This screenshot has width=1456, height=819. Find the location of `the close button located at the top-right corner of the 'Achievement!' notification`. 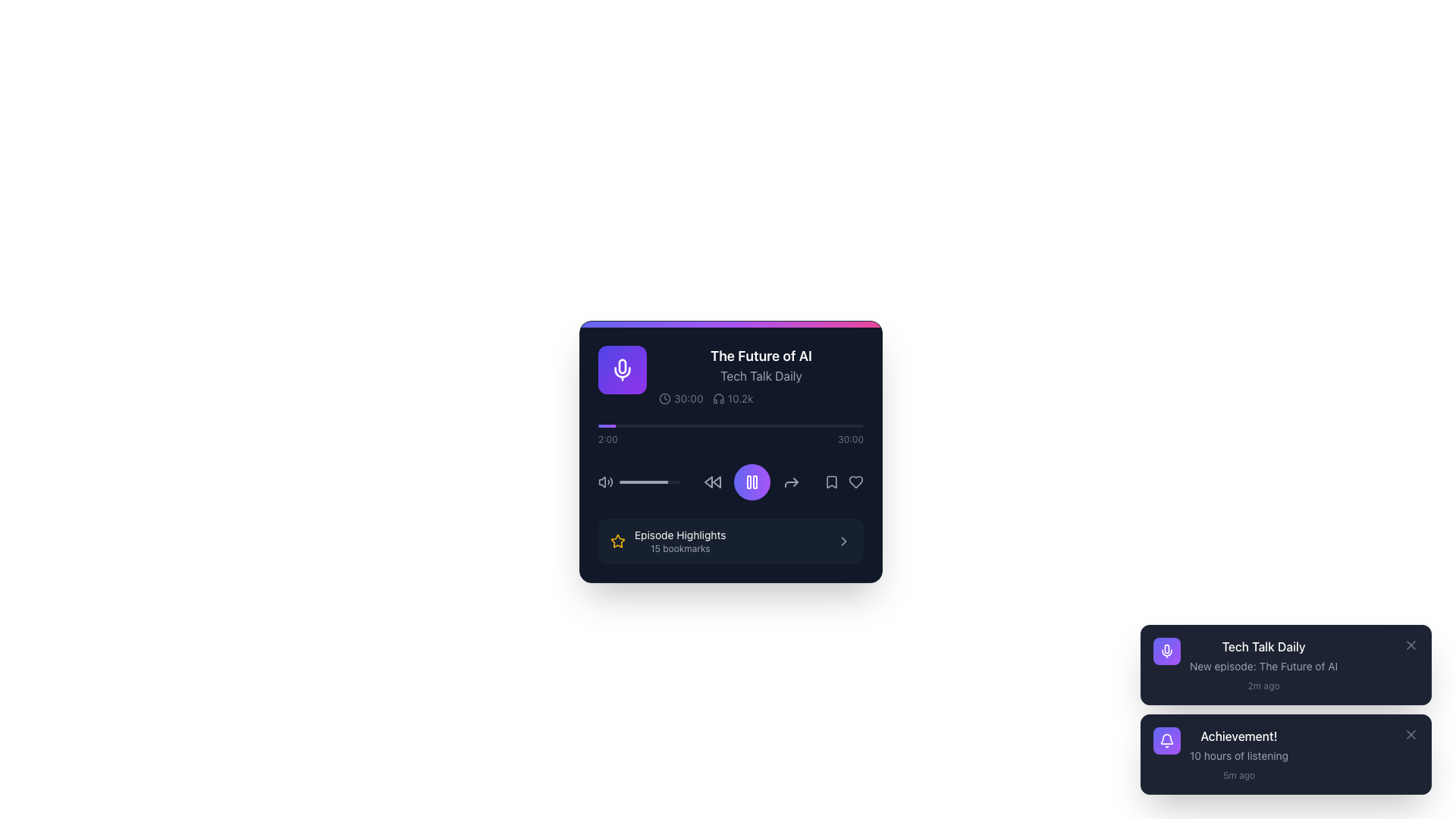

the close button located at the top-right corner of the 'Achievement!' notification is located at coordinates (1410, 733).